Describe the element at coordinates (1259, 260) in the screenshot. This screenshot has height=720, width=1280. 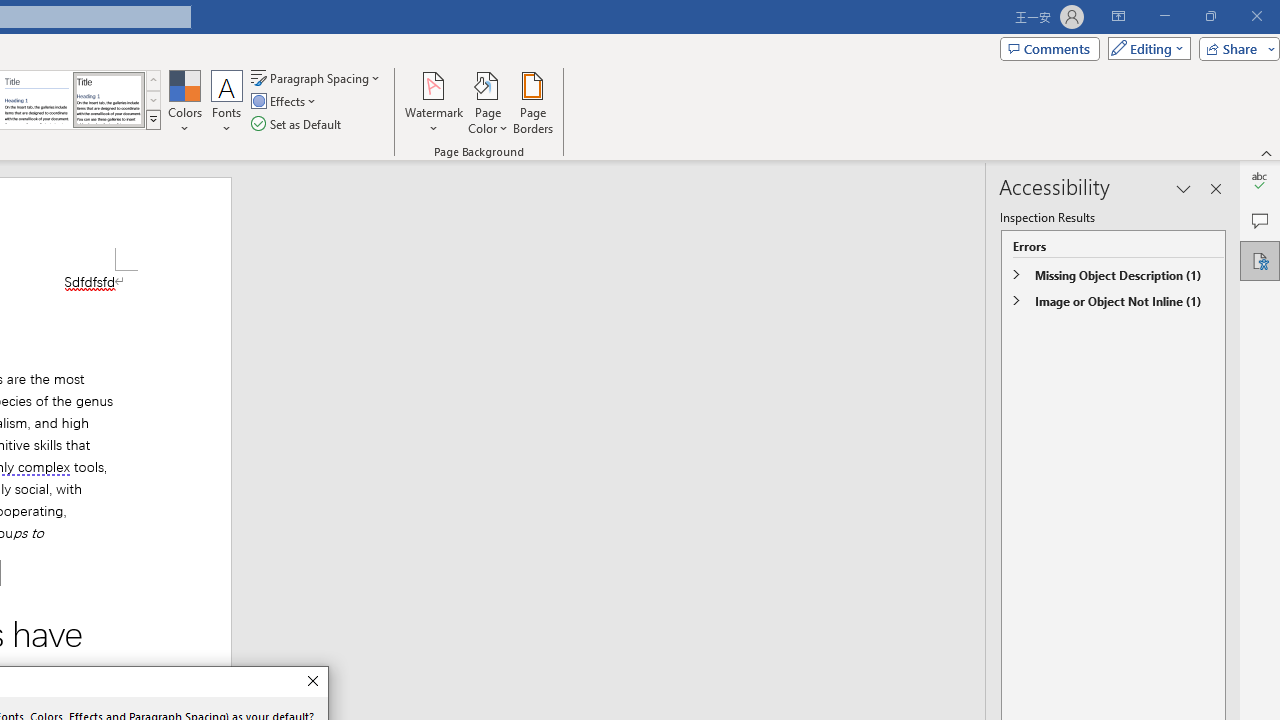
I see `'Accessibility'` at that location.